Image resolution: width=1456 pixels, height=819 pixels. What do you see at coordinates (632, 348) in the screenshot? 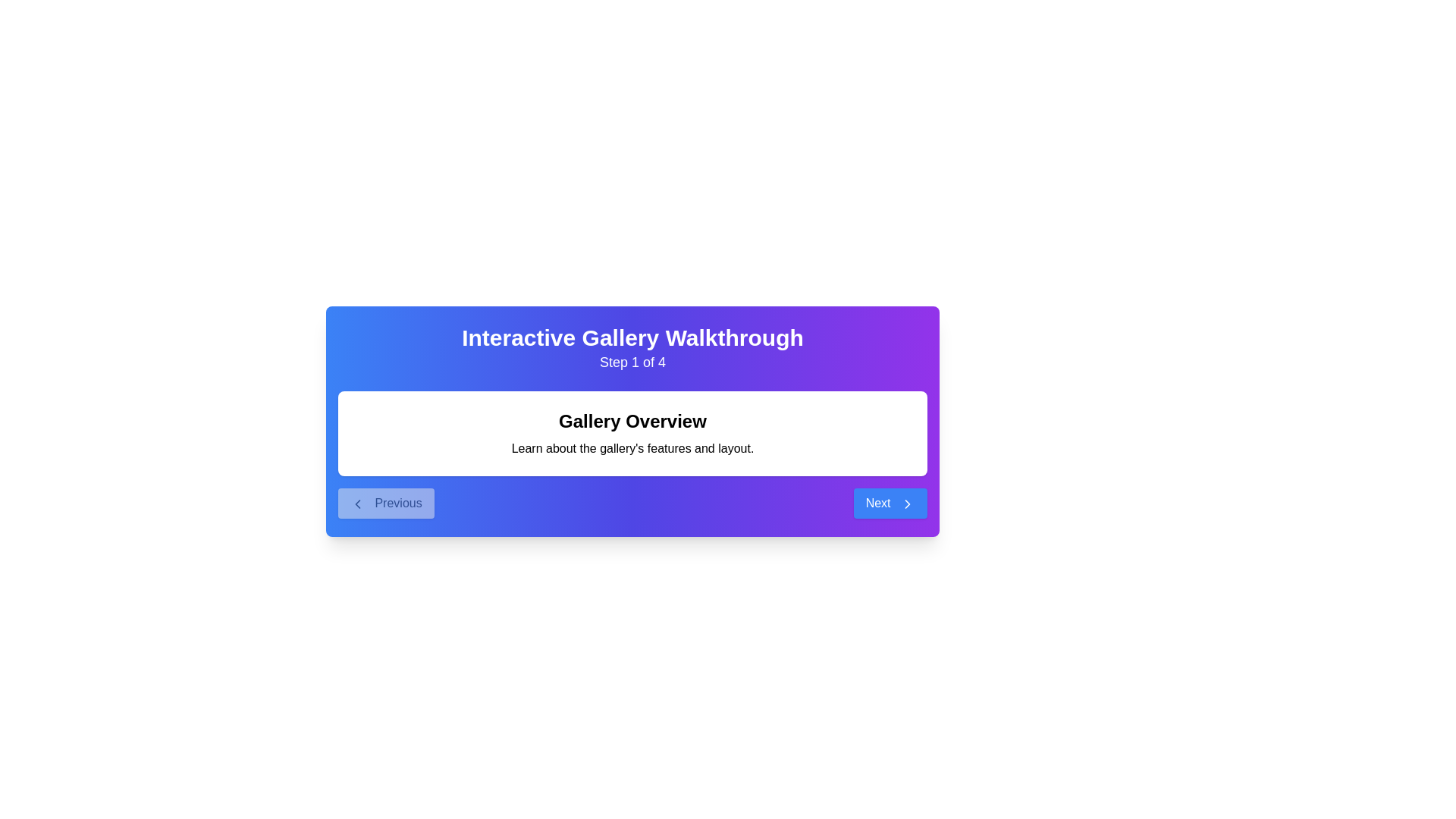
I see `the Text Display element that indicates progress information in the gallery walkthrough, located at the top of the rectangular card` at bounding box center [632, 348].